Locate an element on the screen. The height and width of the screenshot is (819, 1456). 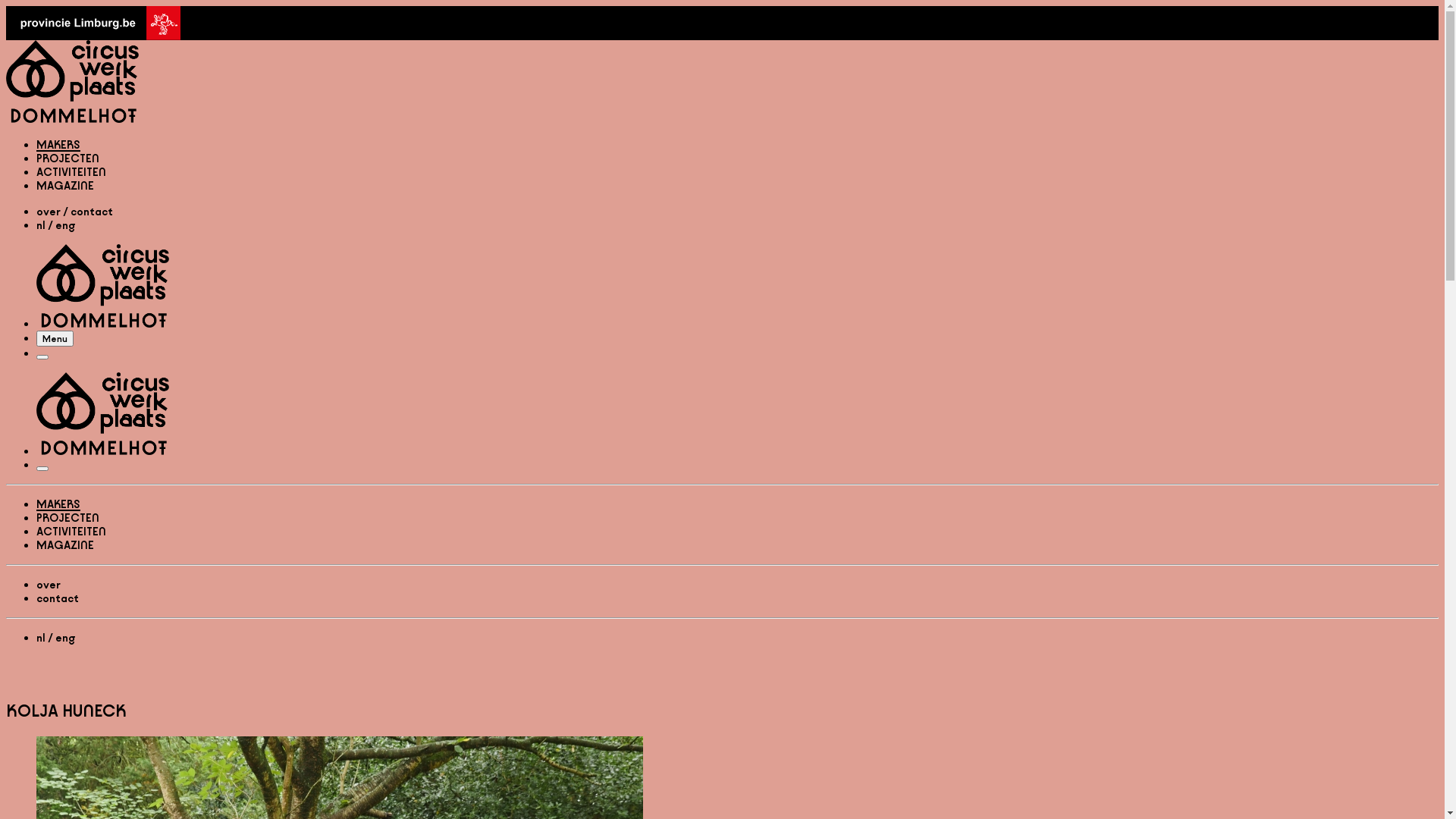
'MAKERS' is located at coordinates (36, 504).